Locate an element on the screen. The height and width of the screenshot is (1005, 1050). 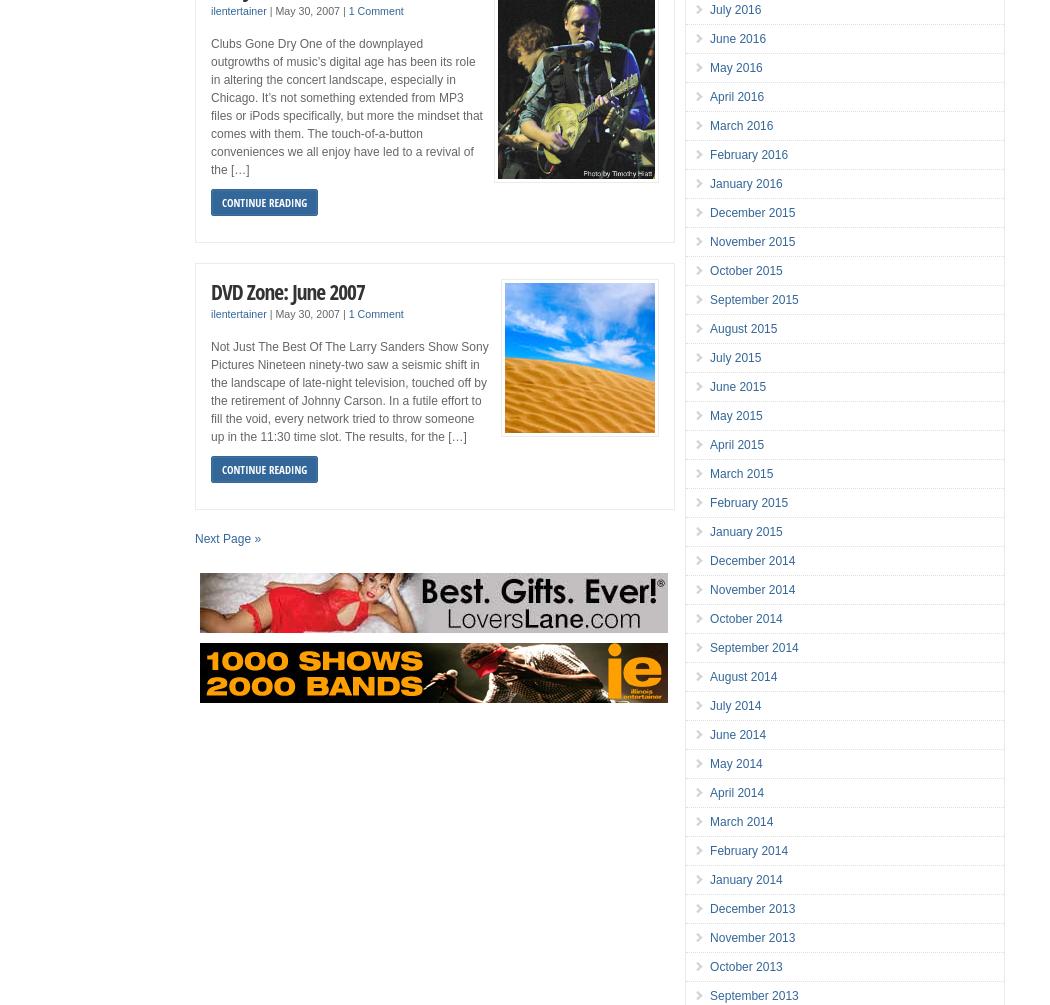
'June 2015' is located at coordinates (737, 387).